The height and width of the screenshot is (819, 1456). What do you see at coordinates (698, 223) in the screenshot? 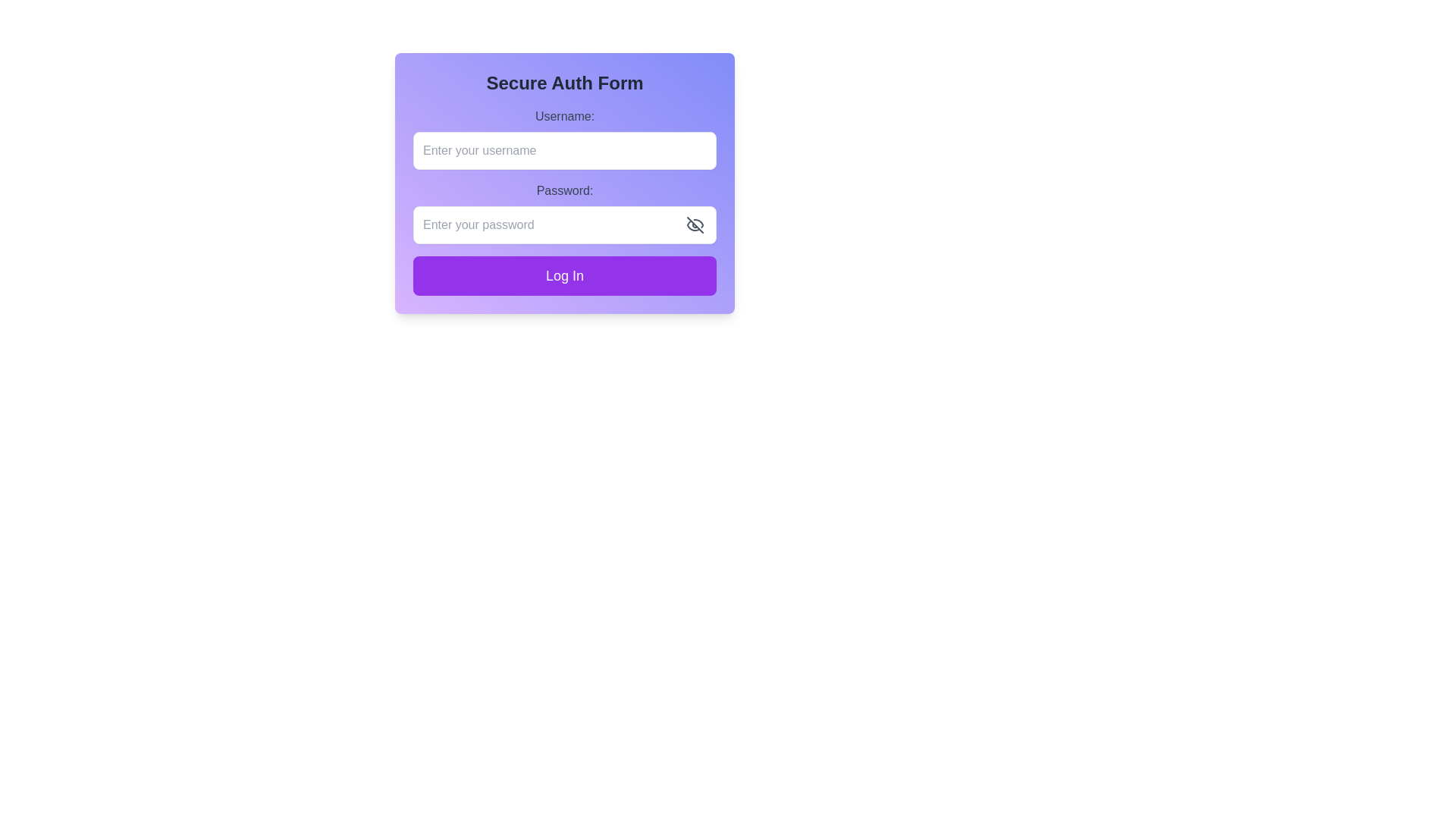
I see `the upper curved part of the eye-off icon, which is positioned top-right near the password input field` at bounding box center [698, 223].